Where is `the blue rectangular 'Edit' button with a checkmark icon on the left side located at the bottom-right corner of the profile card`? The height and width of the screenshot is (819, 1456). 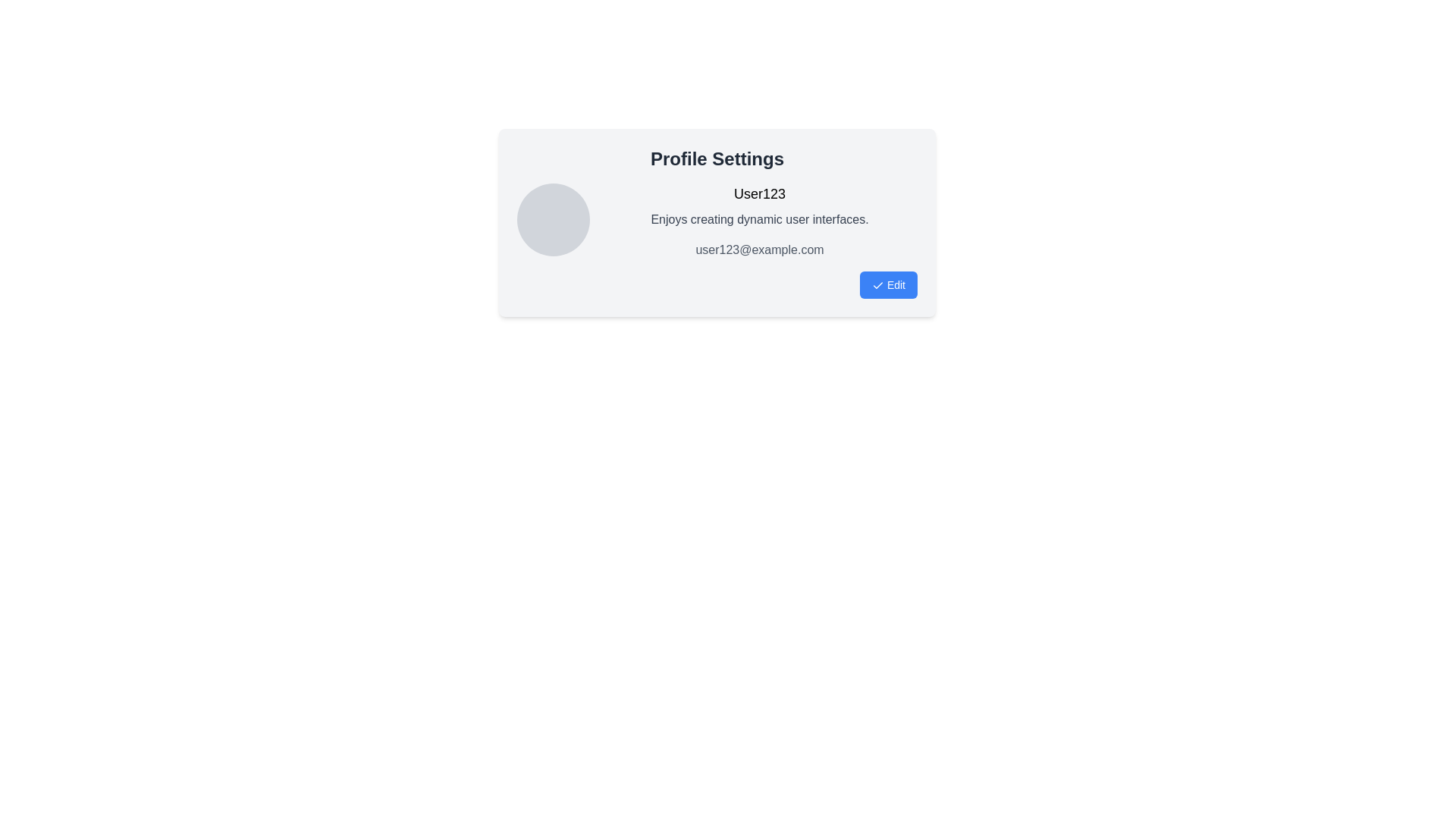
the blue rectangular 'Edit' button with a checkmark icon on the left side located at the bottom-right corner of the profile card is located at coordinates (888, 284).